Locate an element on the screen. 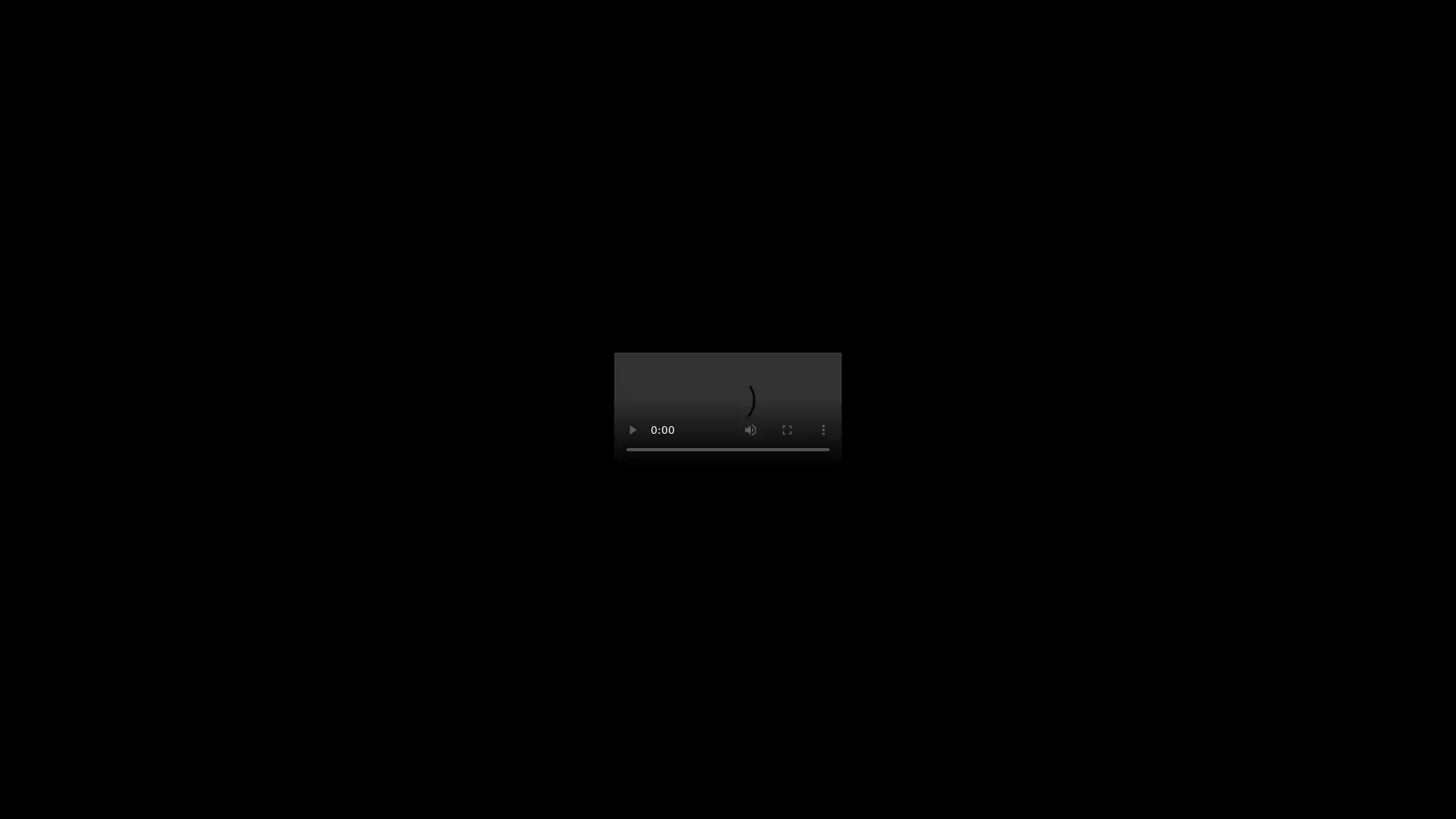 The image size is (1456, 819). play is located at coordinates (632, 430).